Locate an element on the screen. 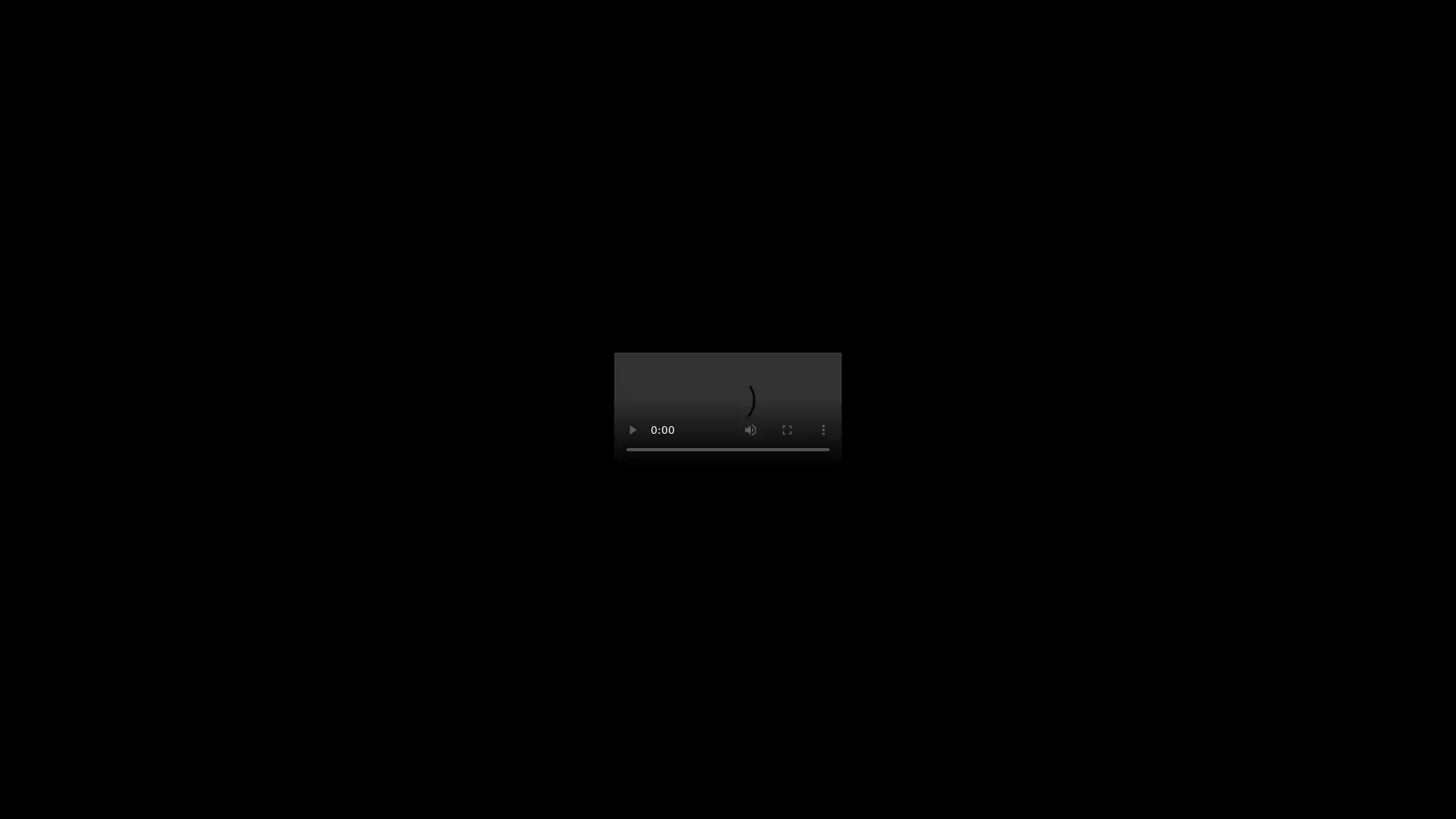 The image size is (1456, 819). play is located at coordinates (632, 430).